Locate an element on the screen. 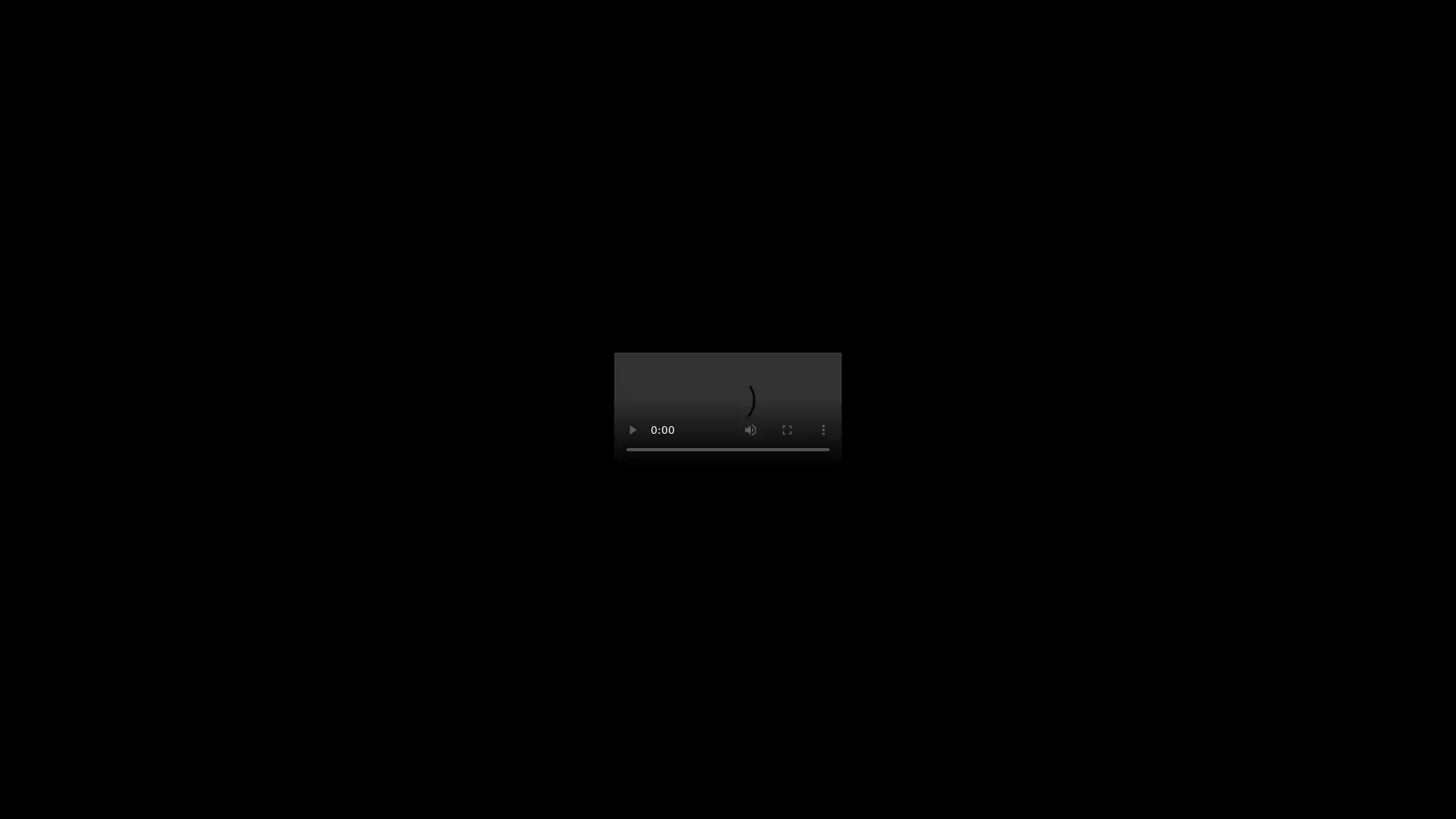 The image size is (1456, 819). play is located at coordinates (632, 430).